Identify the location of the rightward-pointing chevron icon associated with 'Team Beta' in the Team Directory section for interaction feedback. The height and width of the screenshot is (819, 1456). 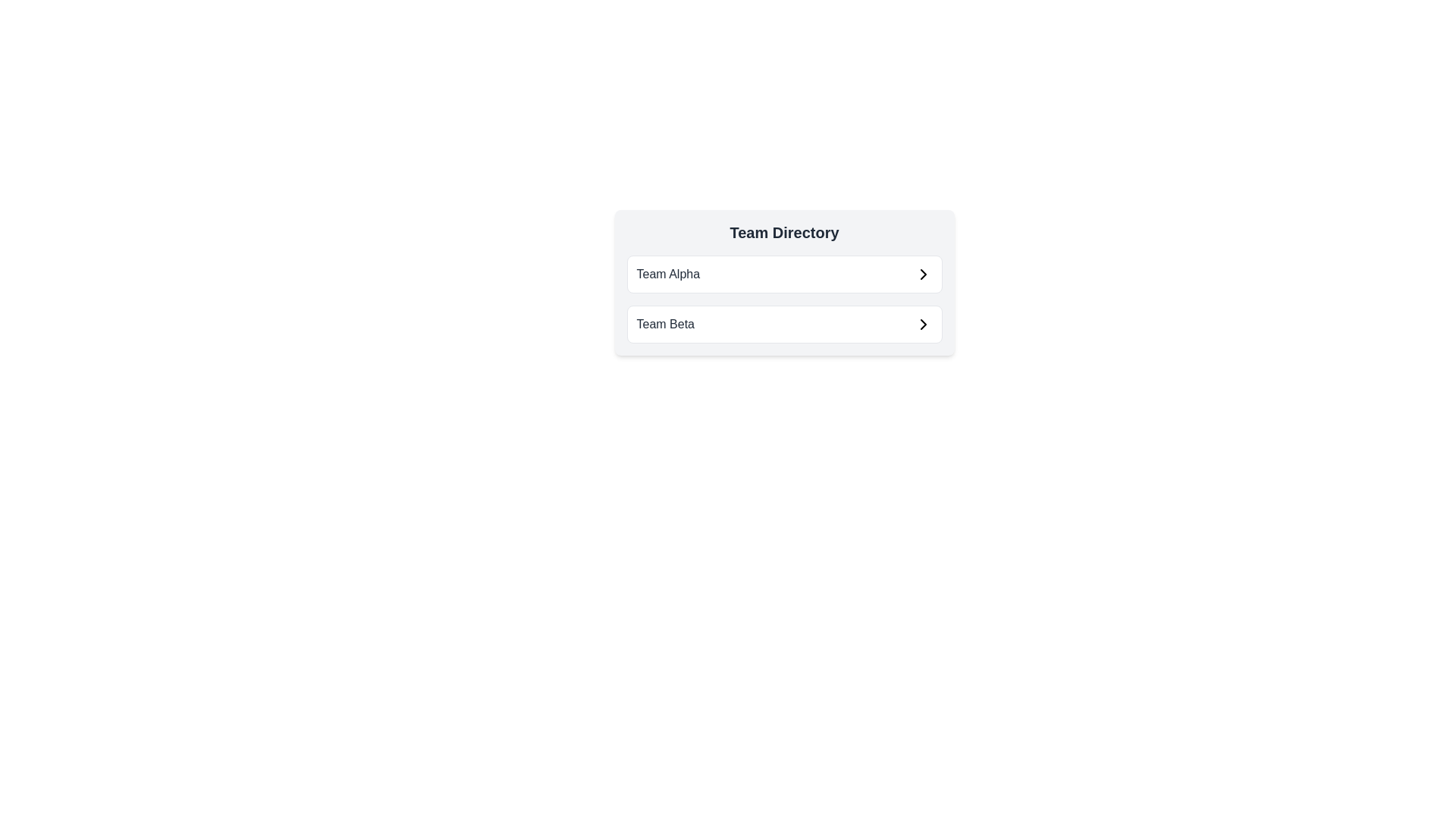
(922, 324).